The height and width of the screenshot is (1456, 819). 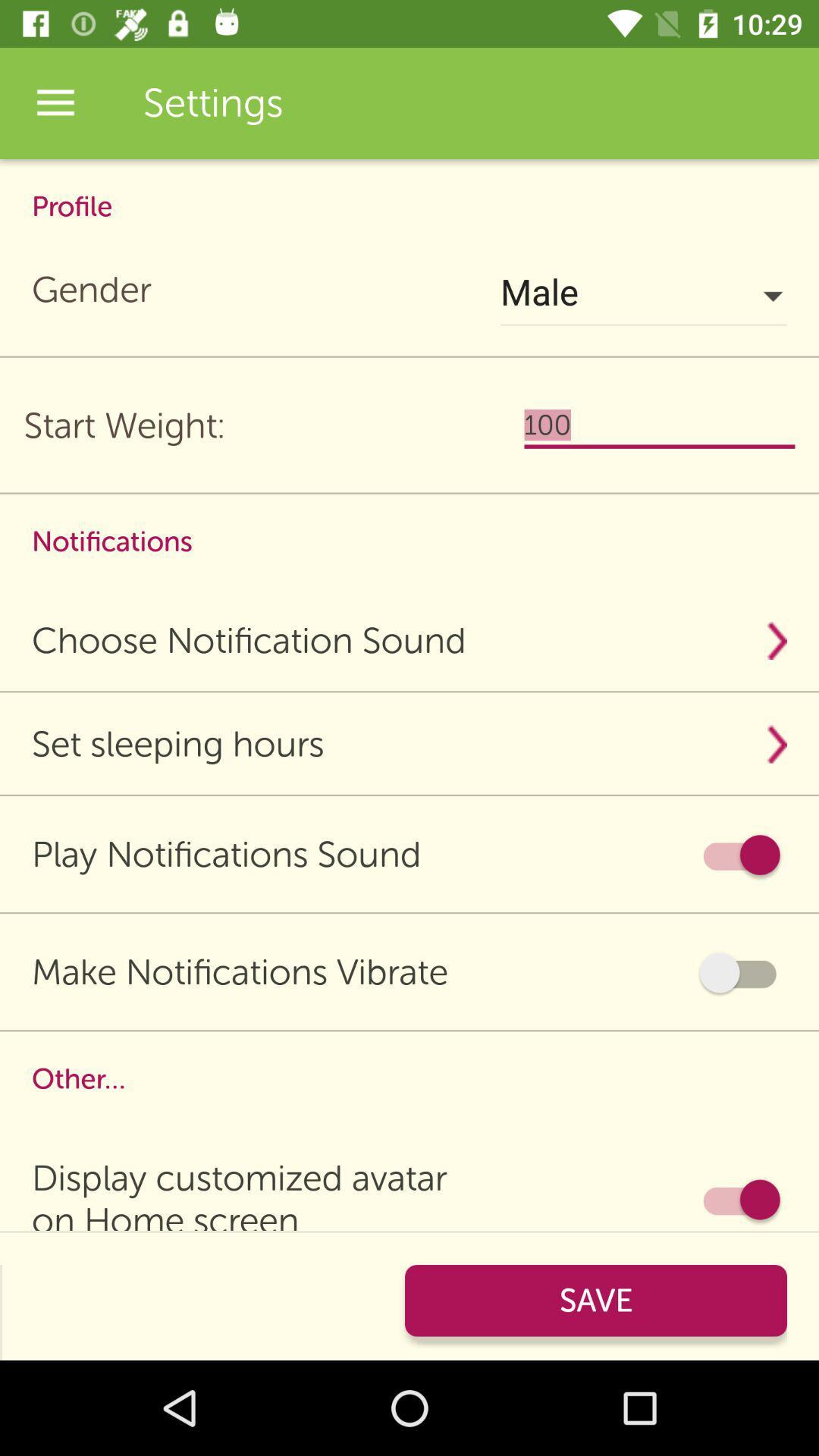 What do you see at coordinates (659, 425) in the screenshot?
I see `the 100 icon` at bounding box center [659, 425].